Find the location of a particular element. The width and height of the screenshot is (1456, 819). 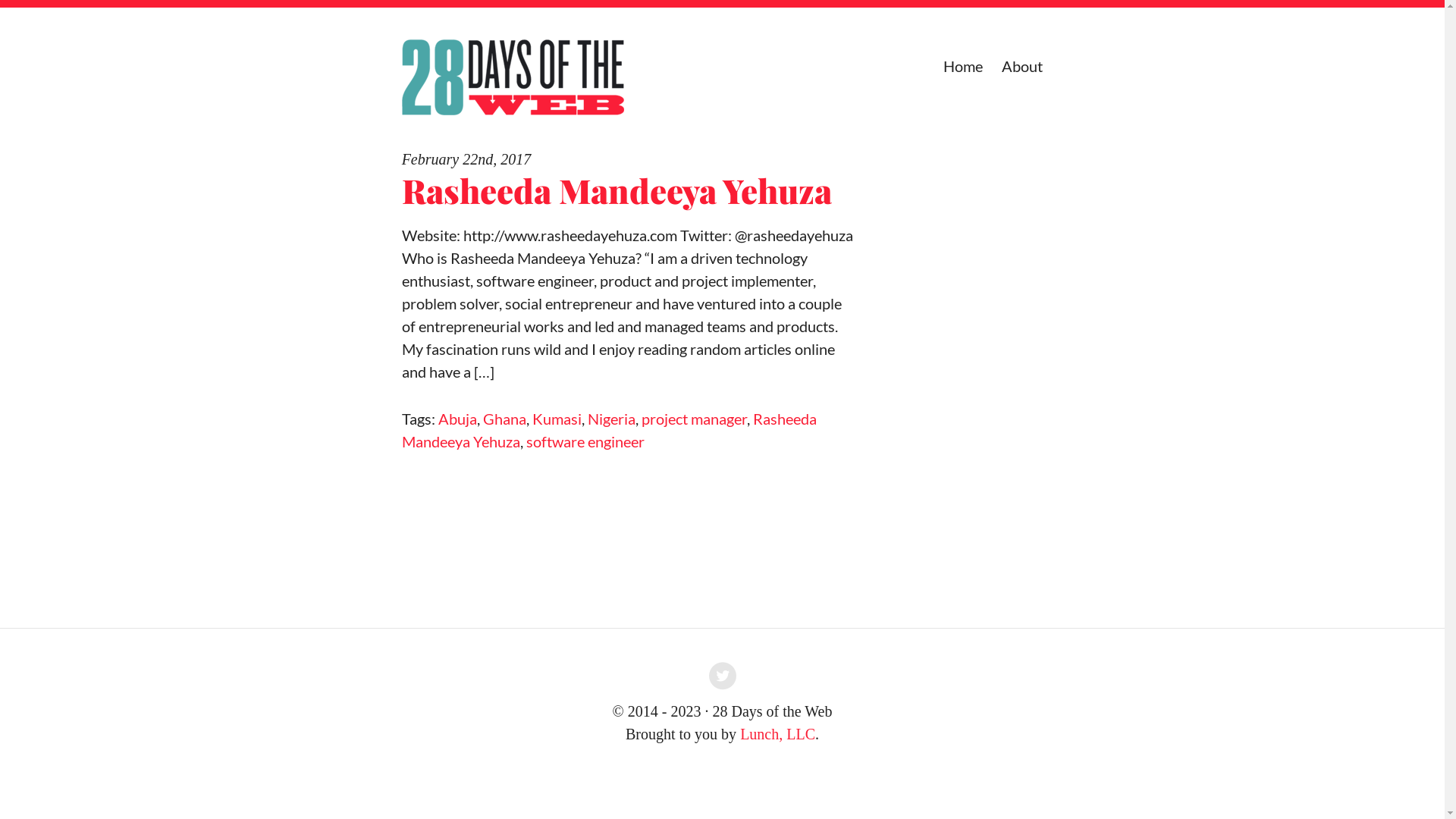

'About' is located at coordinates (1022, 65).